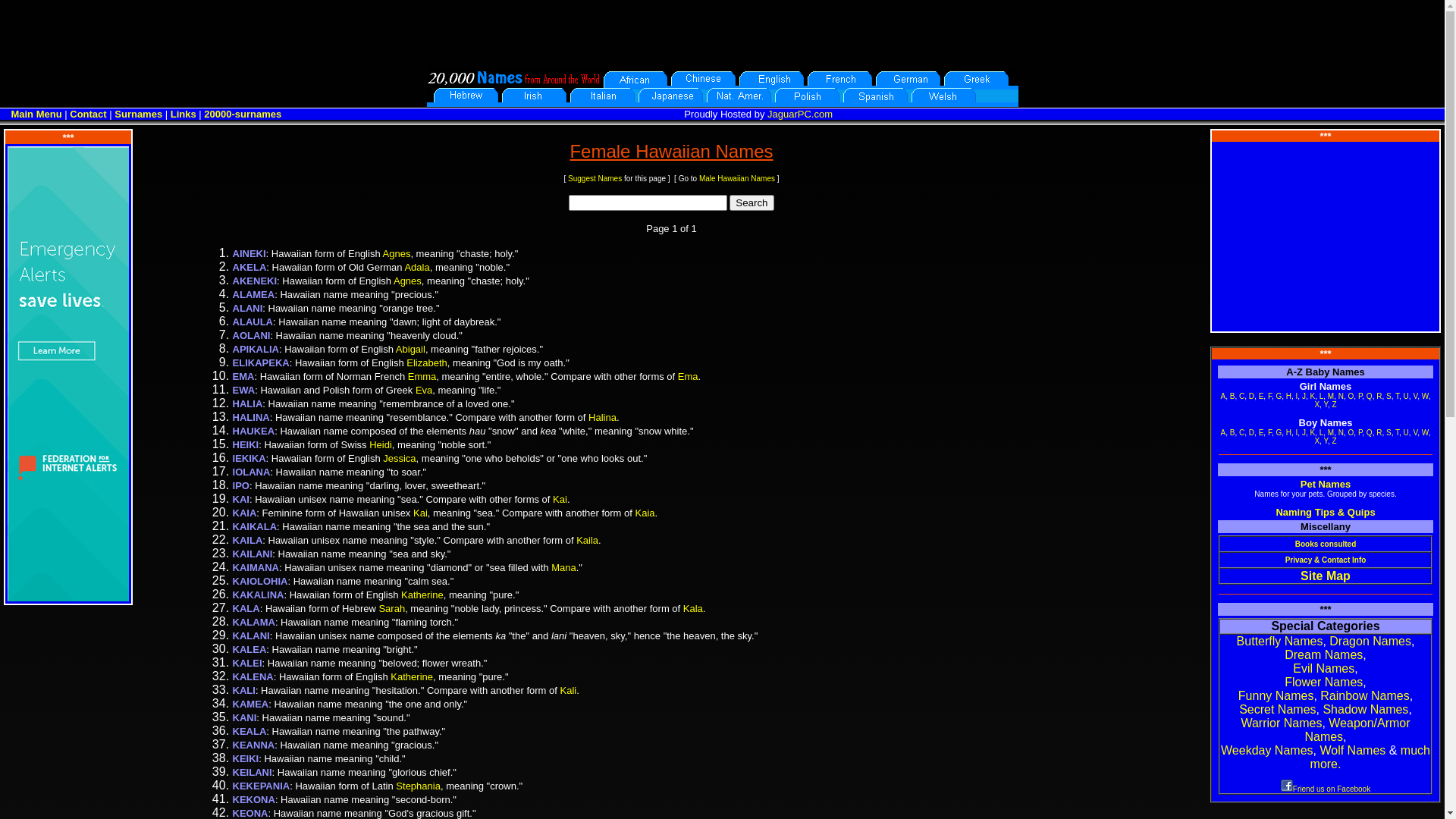 The width and height of the screenshot is (1456, 819). What do you see at coordinates (692, 607) in the screenshot?
I see `'Kala'` at bounding box center [692, 607].